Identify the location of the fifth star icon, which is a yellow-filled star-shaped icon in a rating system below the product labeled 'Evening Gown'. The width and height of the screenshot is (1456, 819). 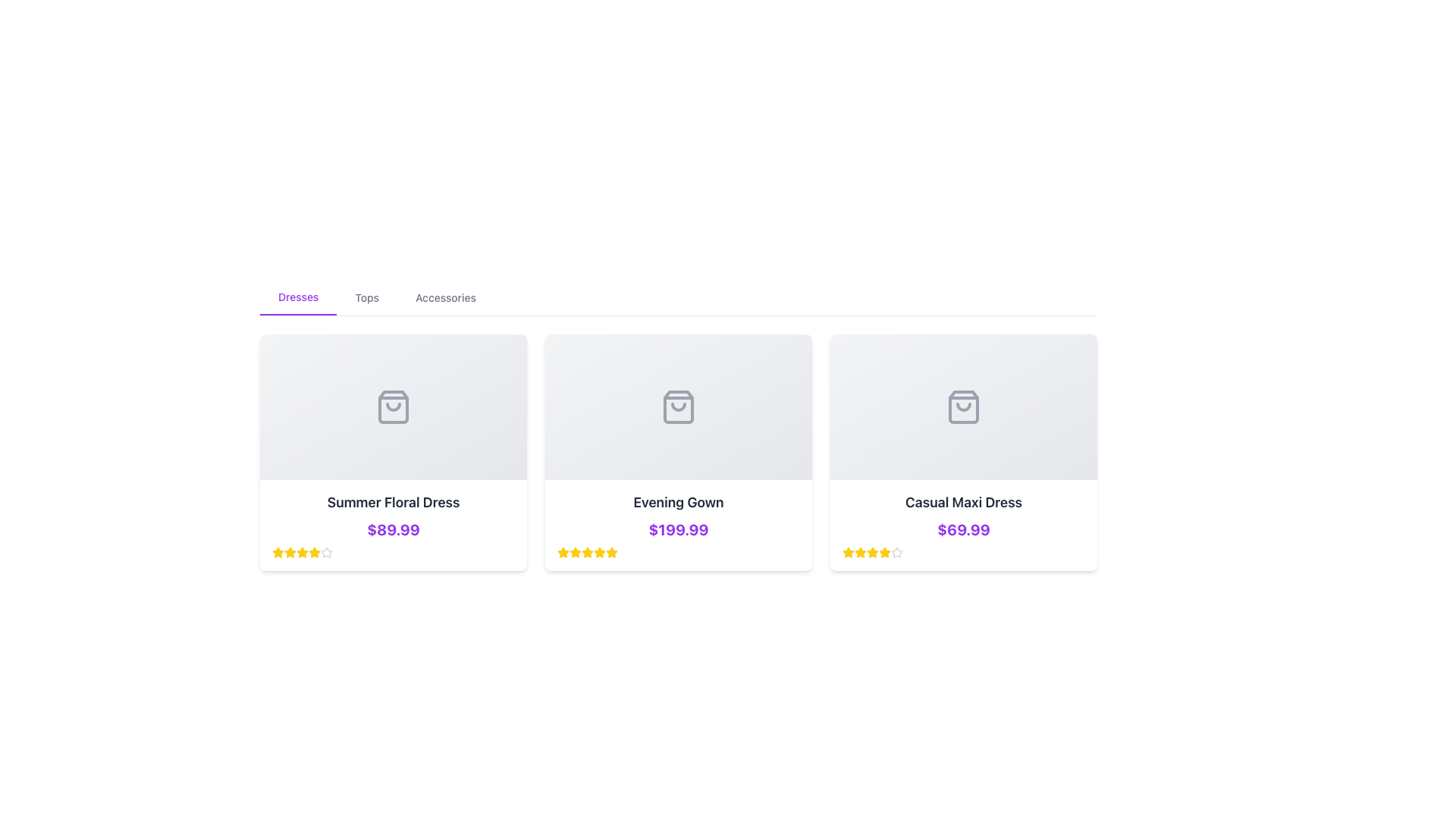
(586, 553).